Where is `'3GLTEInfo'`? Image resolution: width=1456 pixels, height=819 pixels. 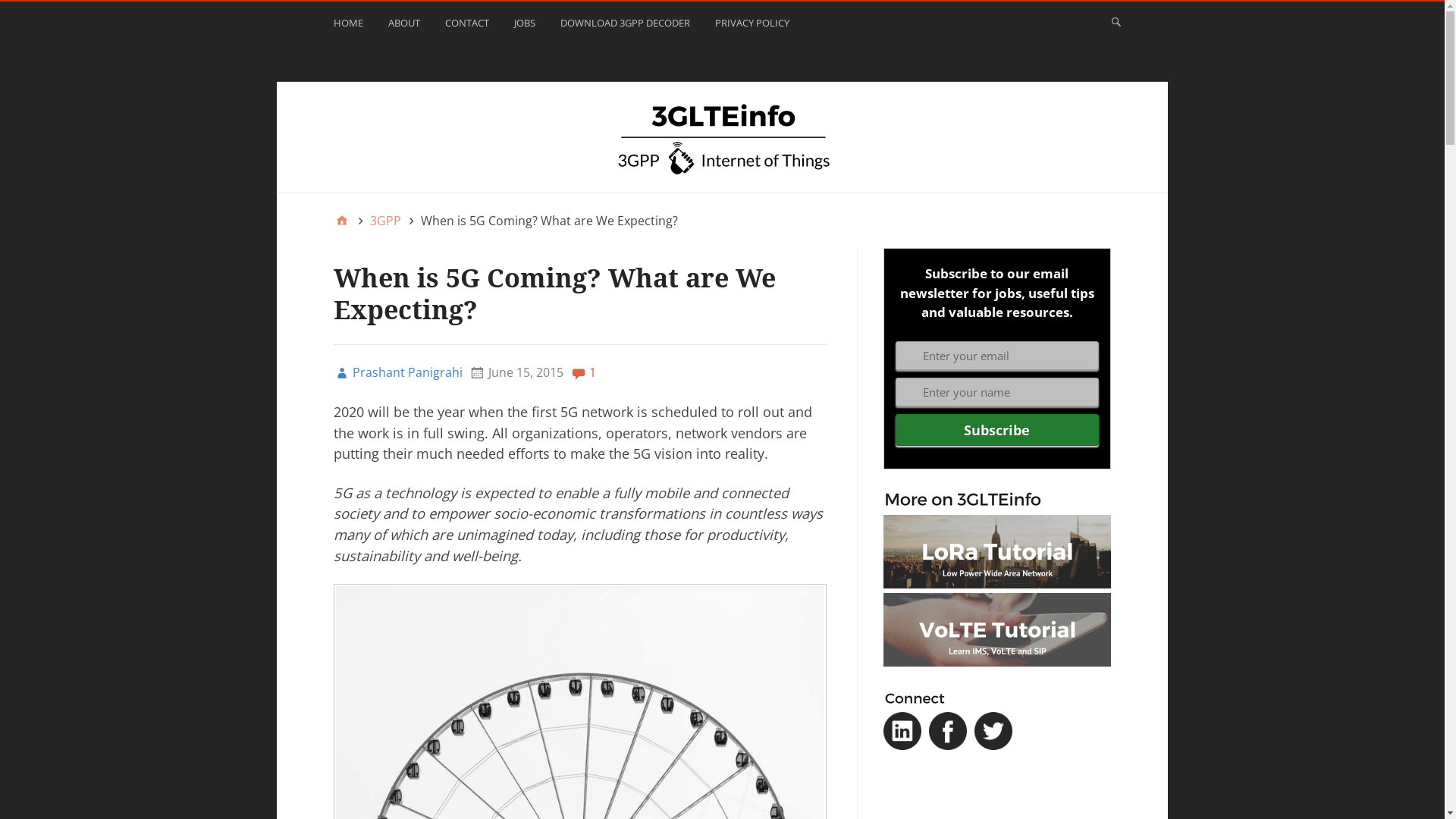
'3GLTEInfo' is located at coordinates (721, 137).